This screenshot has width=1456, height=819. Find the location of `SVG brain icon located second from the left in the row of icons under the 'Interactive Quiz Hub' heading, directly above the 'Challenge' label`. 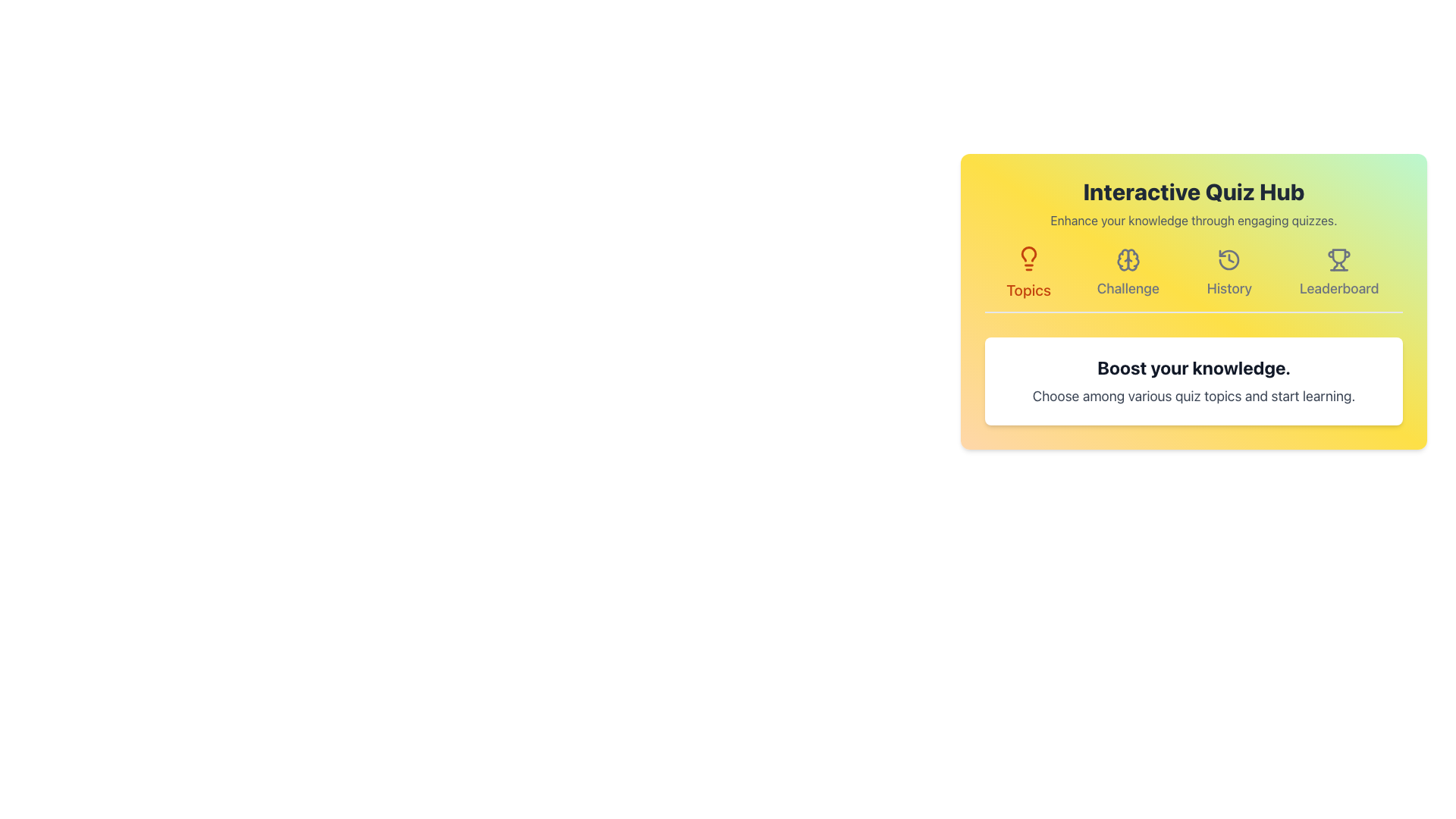

SVG brain icon located second from the left in the row of icons under the 'Interactive Quiz Hub' heading, directly above the 'Challenge' label is located at coordinates (1128, 259).